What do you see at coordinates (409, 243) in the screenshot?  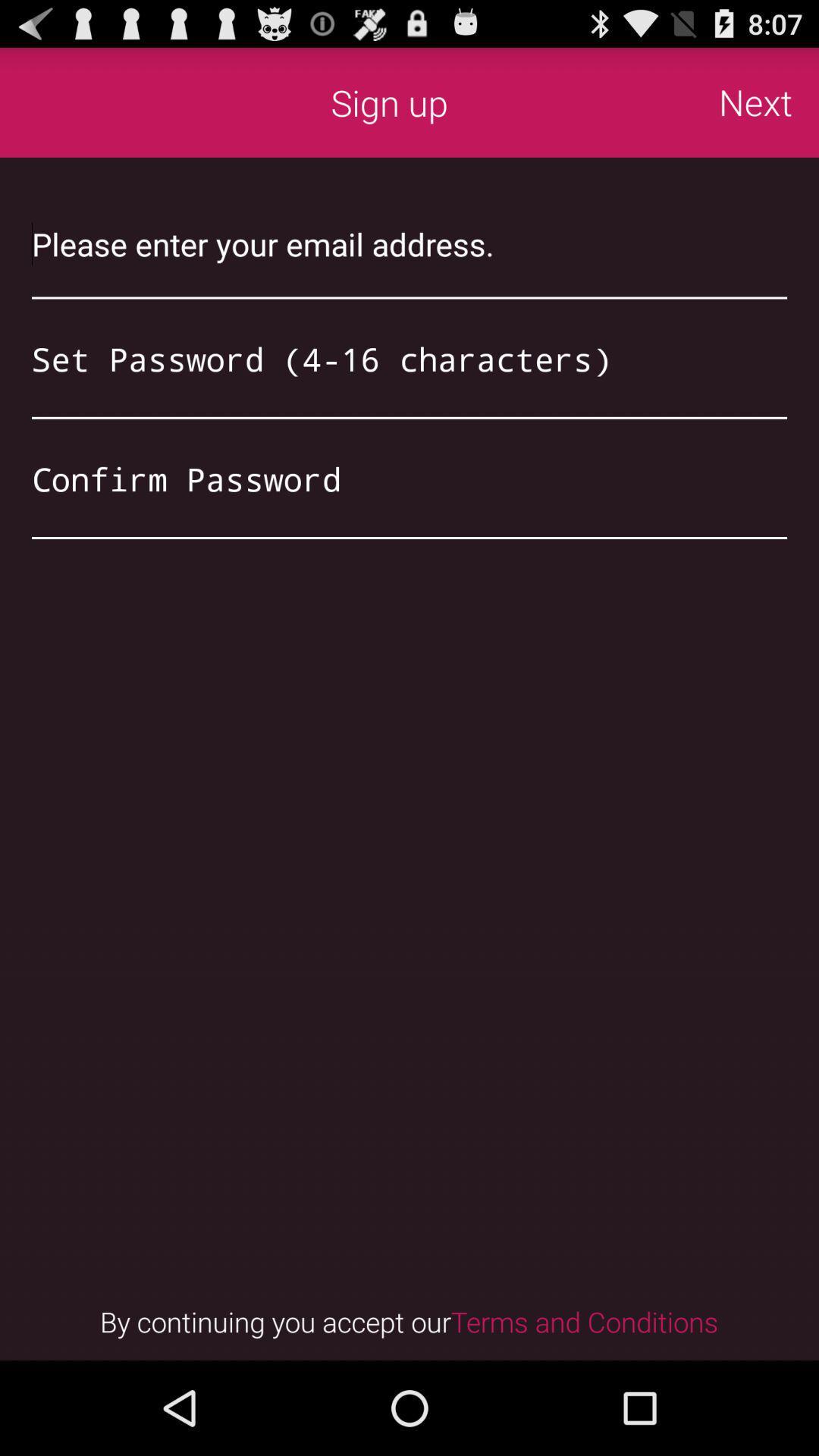 I see `email address` at bounding box center [409, 243].